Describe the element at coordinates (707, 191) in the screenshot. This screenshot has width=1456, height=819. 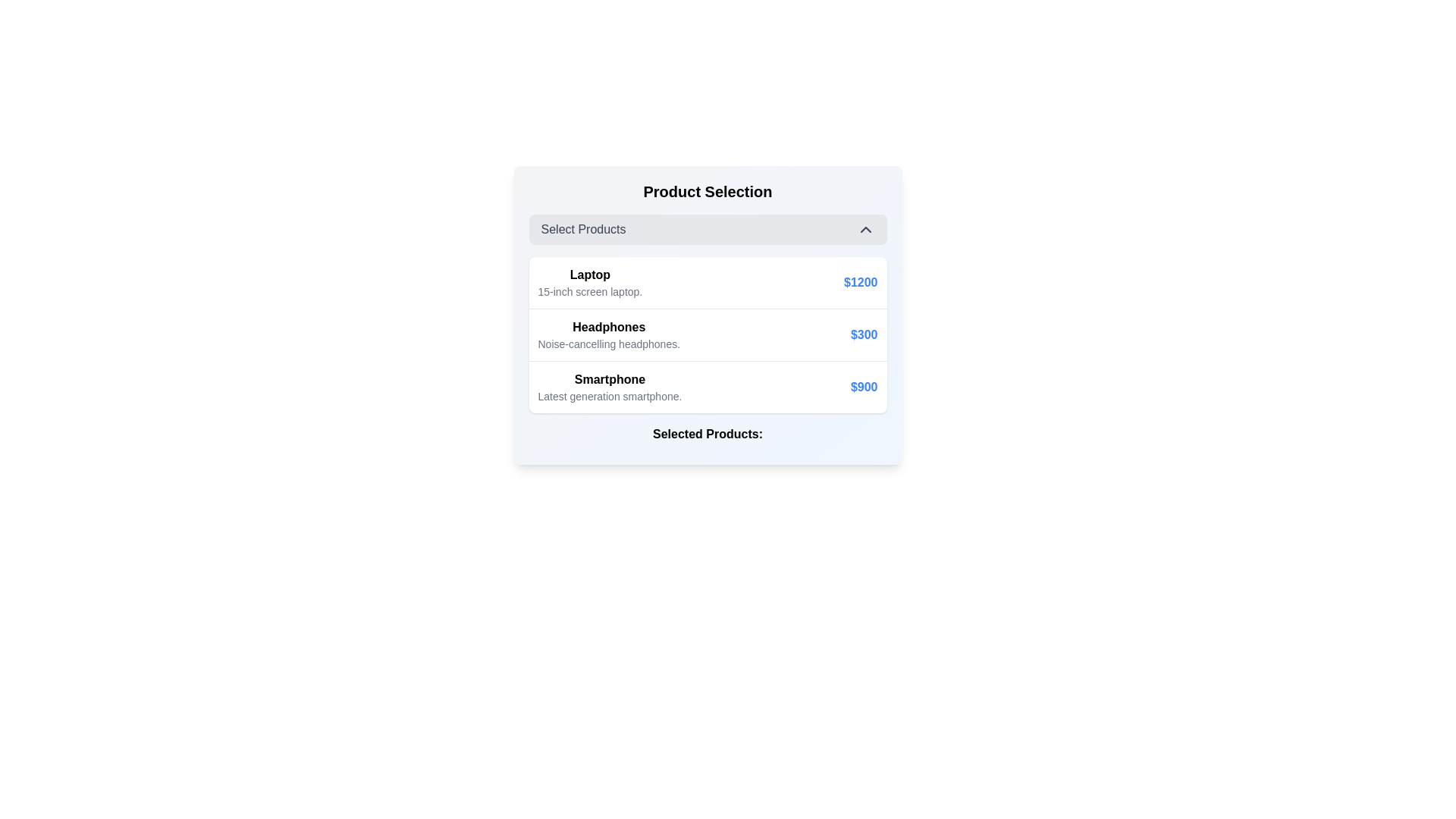
I see `the prominent header text displaying 'Product Selection', which is styled in bold and larger font, located at the top of the card` at that location.